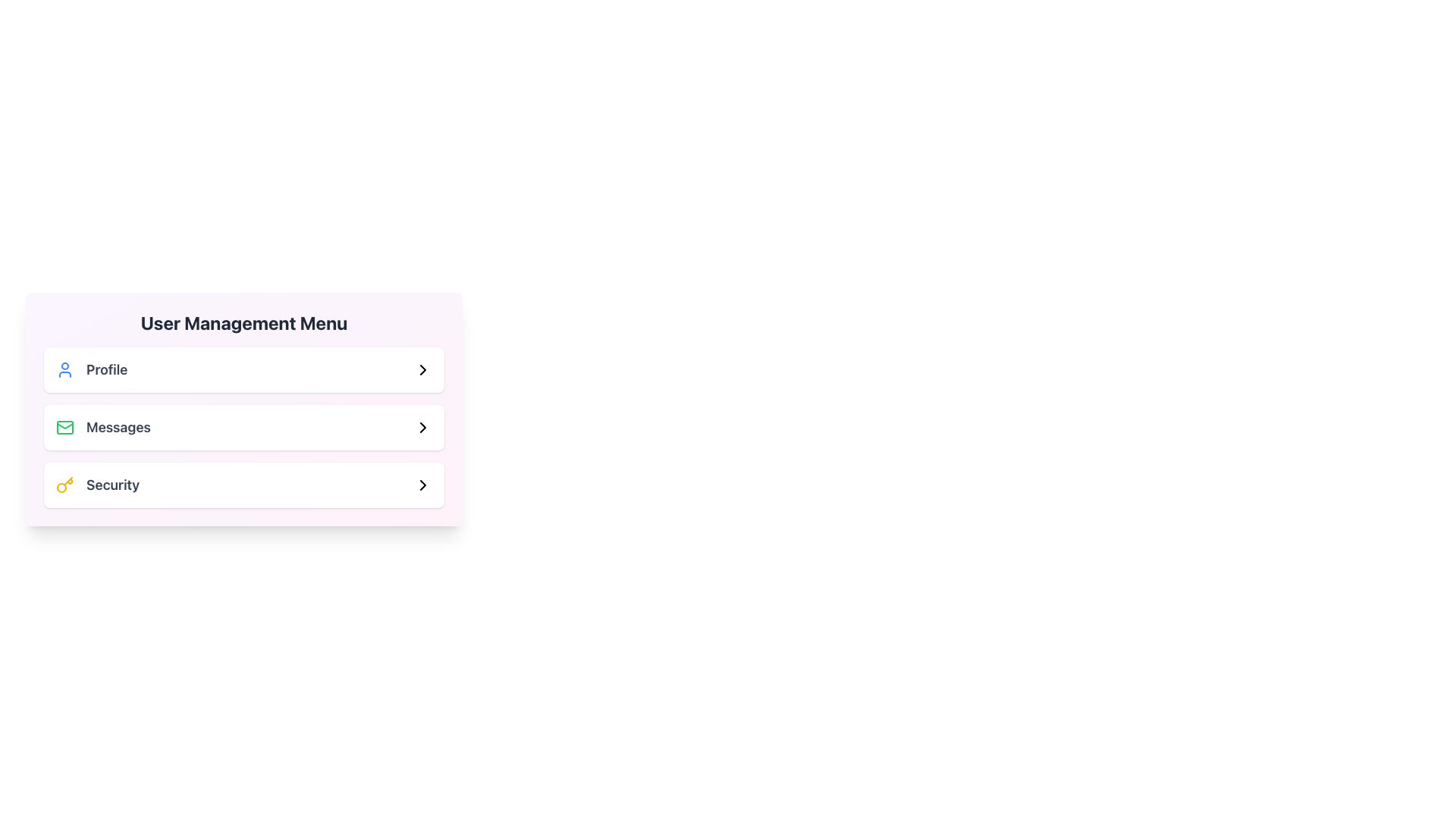  Describe the element at coordinates (118, 427) in the screenshot. I see `text label 'Messages' which identifies the Messages section in the User Management Menu, positioned between 'Profile' and 'Security' menu items` at that location.